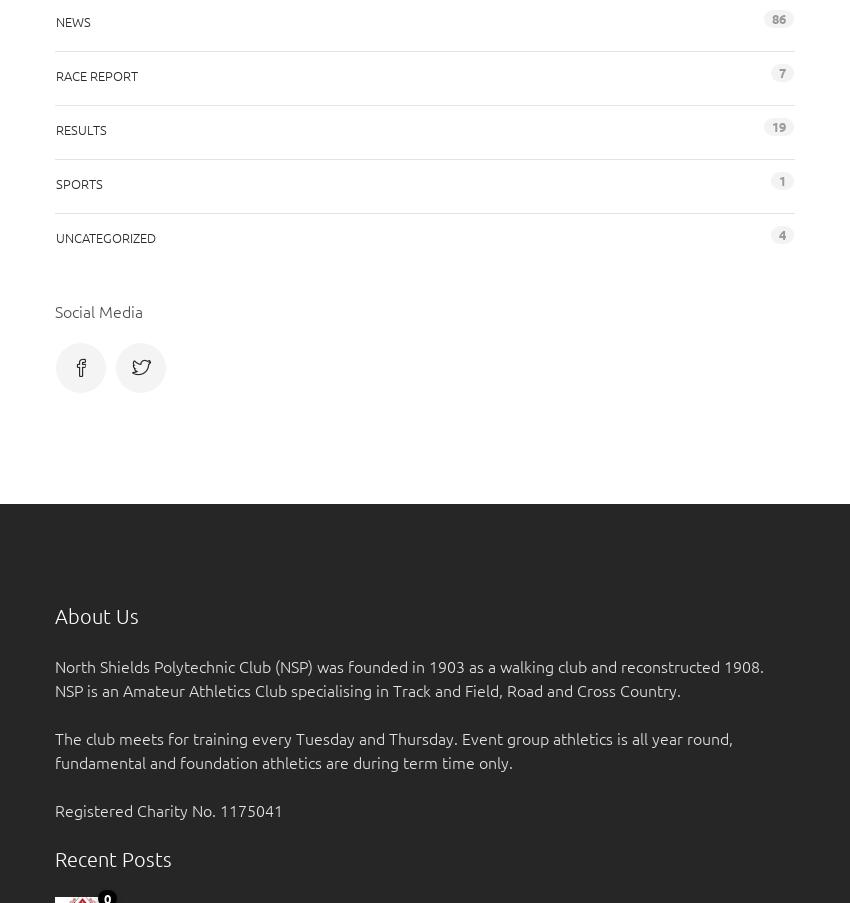 Image resolution: width=850 pixels, height=903 pixels. What do you see at coordinates (781, 71) in the screenshot?
I see `'7'` at bounding box center [781, 71].